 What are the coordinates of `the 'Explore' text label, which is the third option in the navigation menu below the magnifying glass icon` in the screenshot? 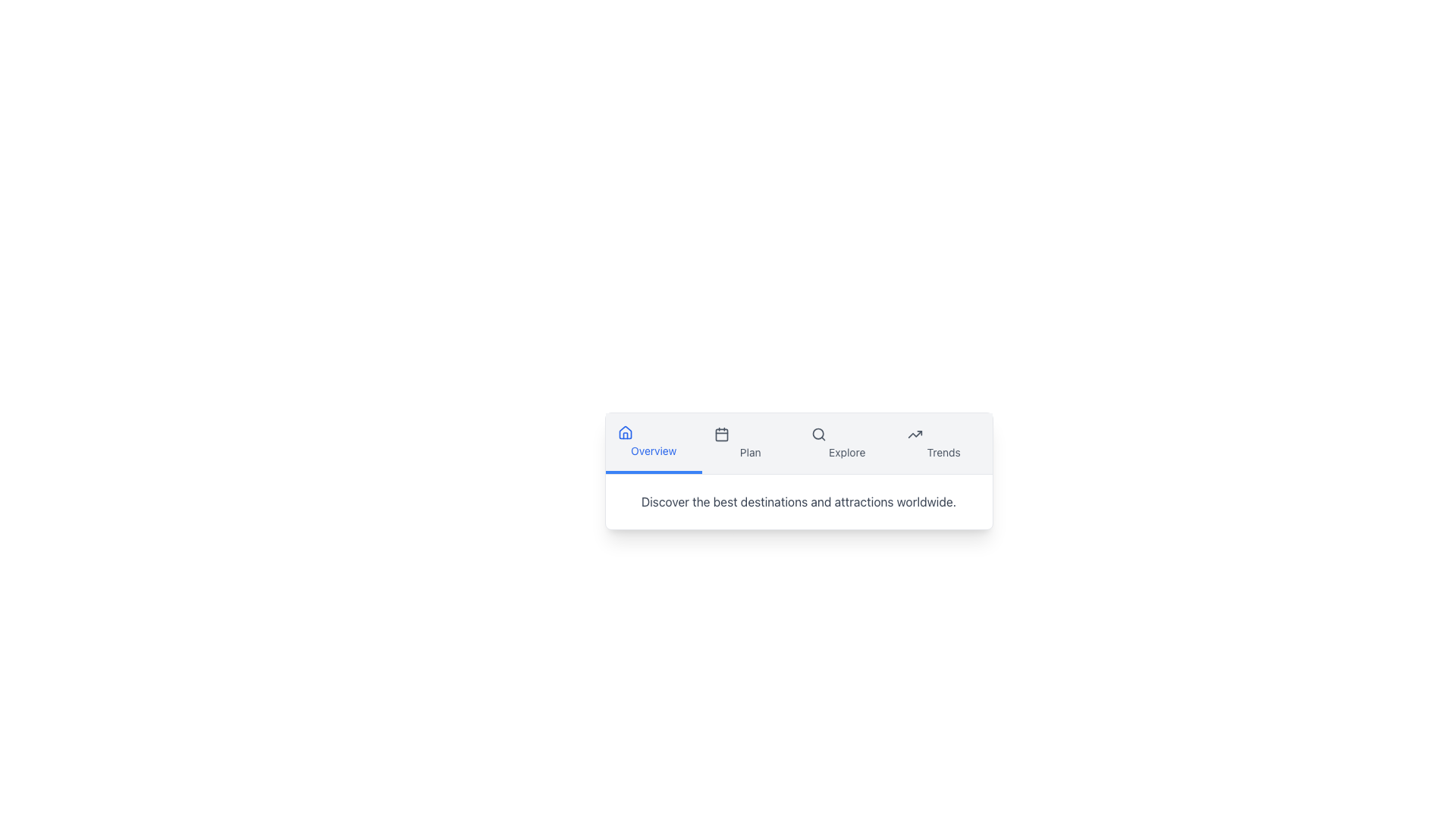 It's located at (846, 452).